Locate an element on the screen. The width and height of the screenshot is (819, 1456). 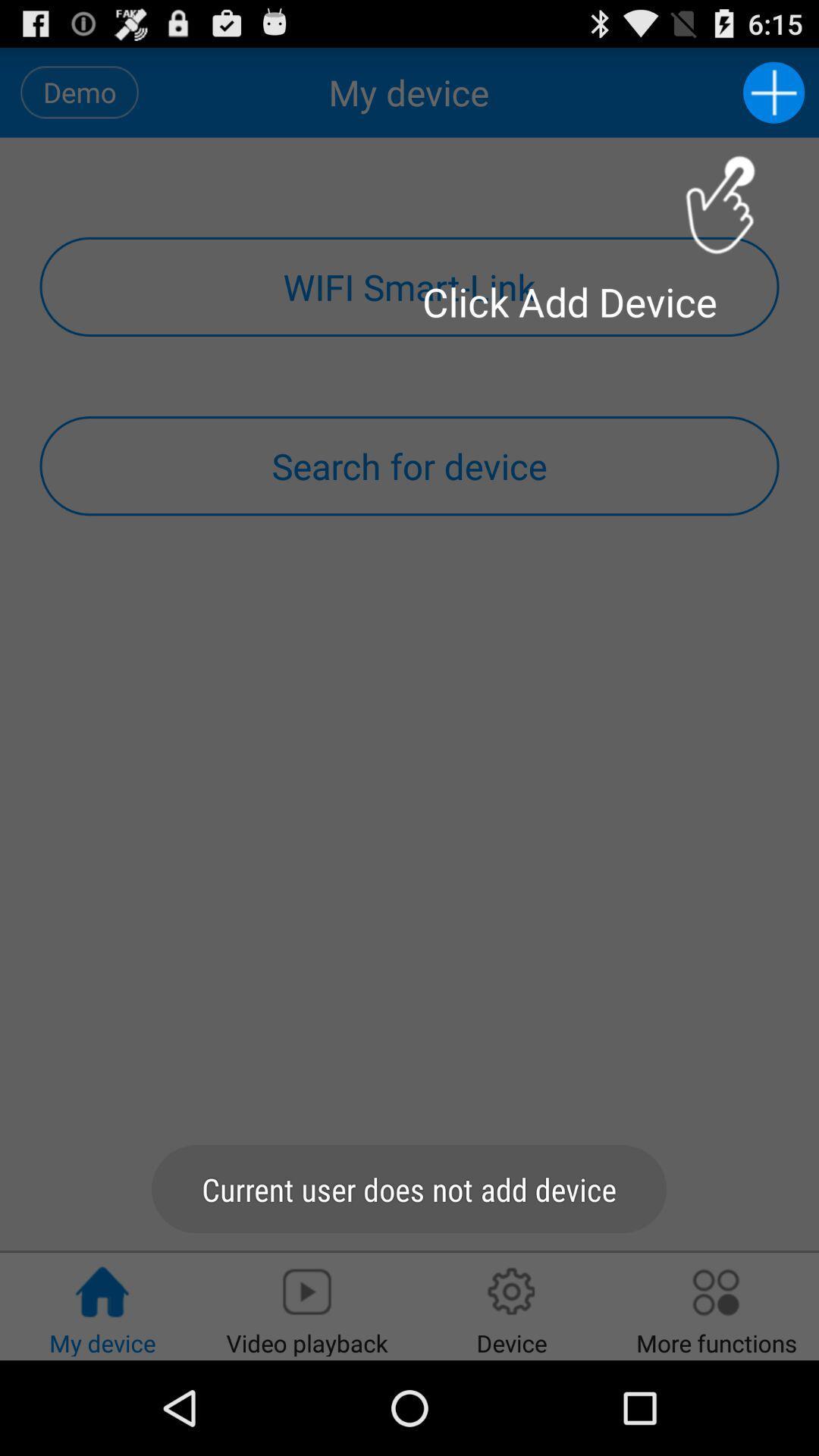
the add icon is located at coordinates (773, 98).